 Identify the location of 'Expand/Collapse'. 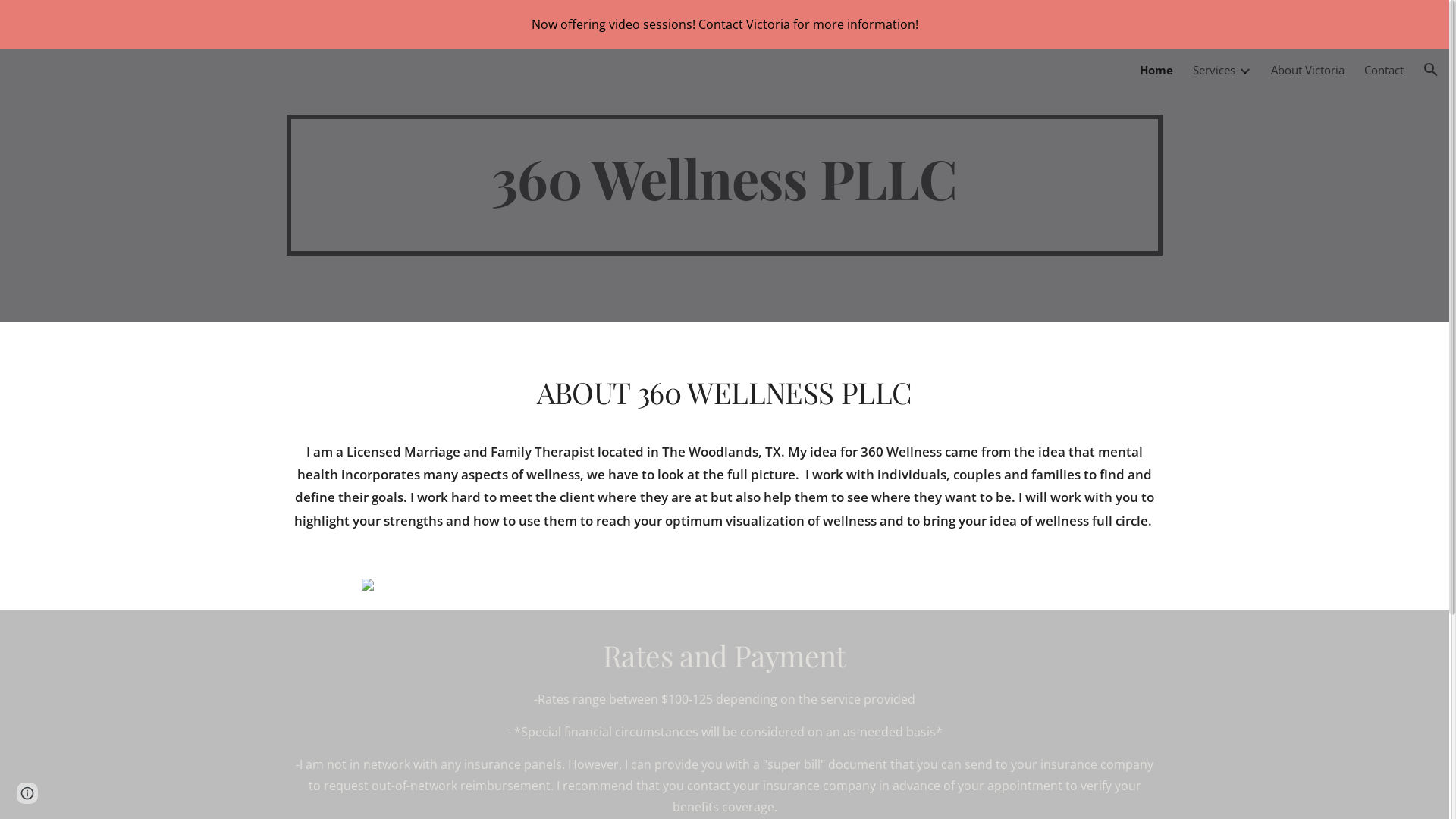
(1244, 70).